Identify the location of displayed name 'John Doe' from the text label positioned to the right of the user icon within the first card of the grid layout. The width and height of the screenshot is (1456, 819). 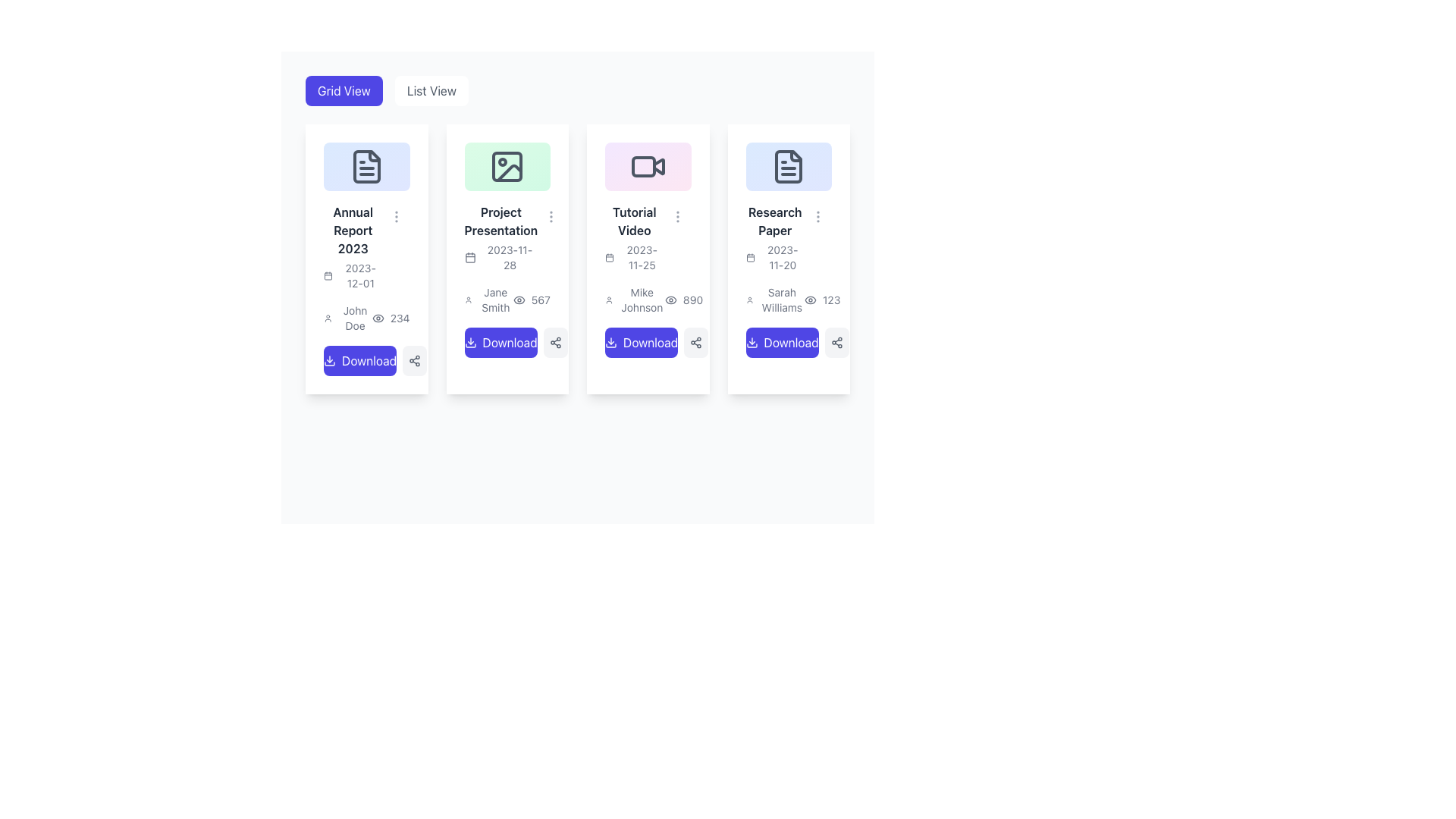
(347, 317).